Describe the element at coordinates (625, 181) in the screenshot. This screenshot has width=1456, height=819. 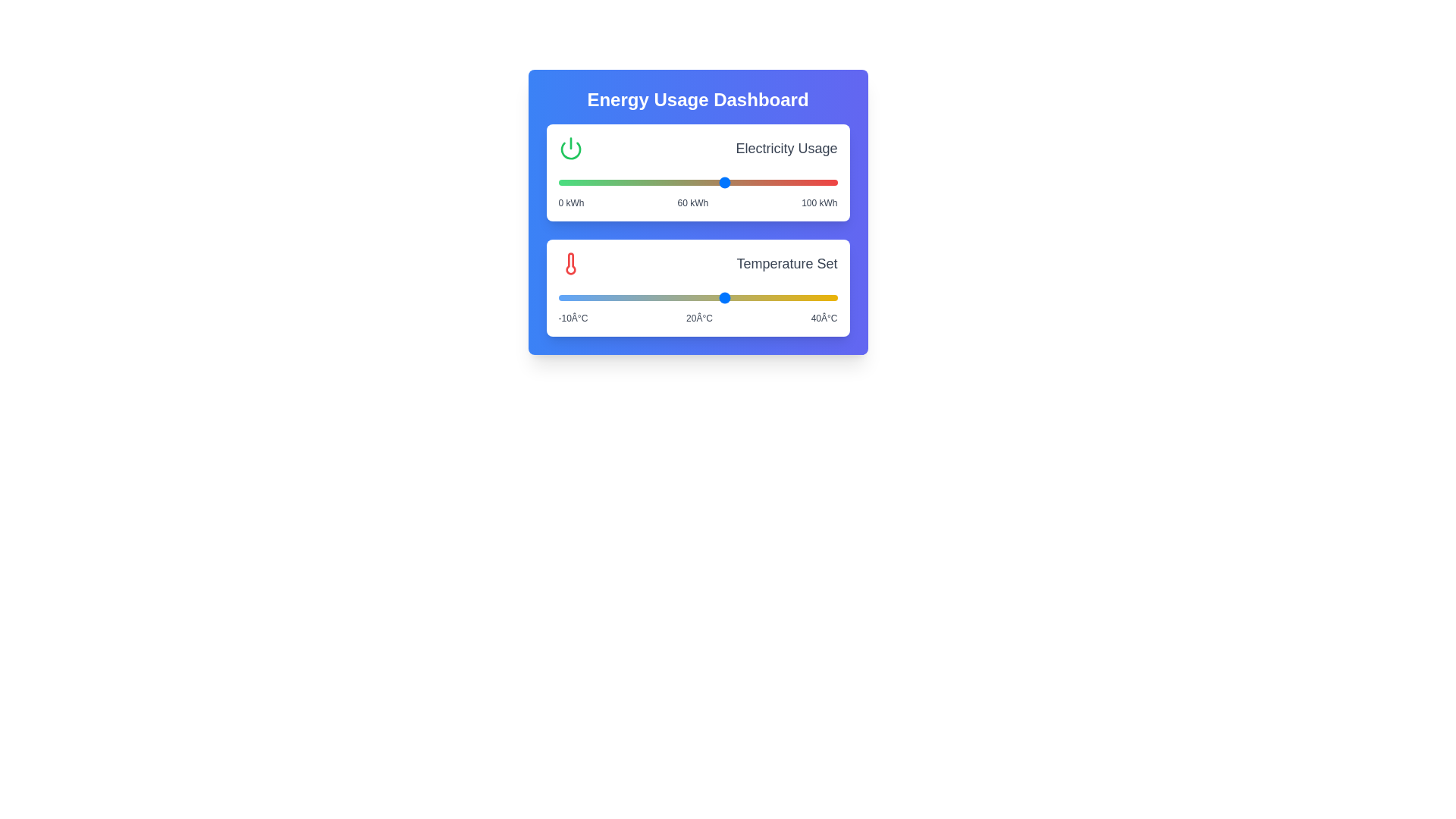
I see `the electricity usage slider to 24 kWh` at that location.